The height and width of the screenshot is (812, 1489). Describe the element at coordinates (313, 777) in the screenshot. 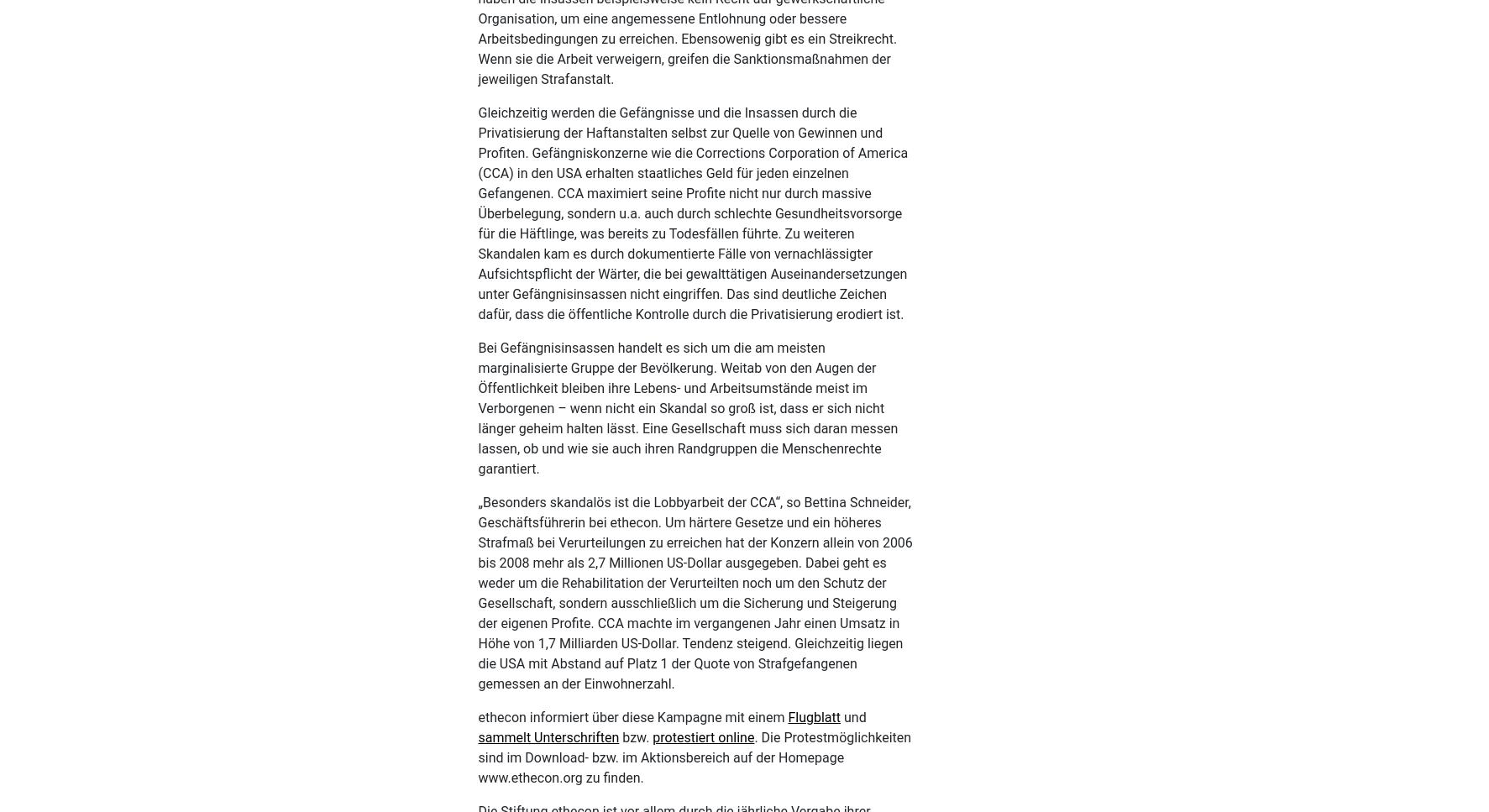

I see `'Powered by'` at that location.